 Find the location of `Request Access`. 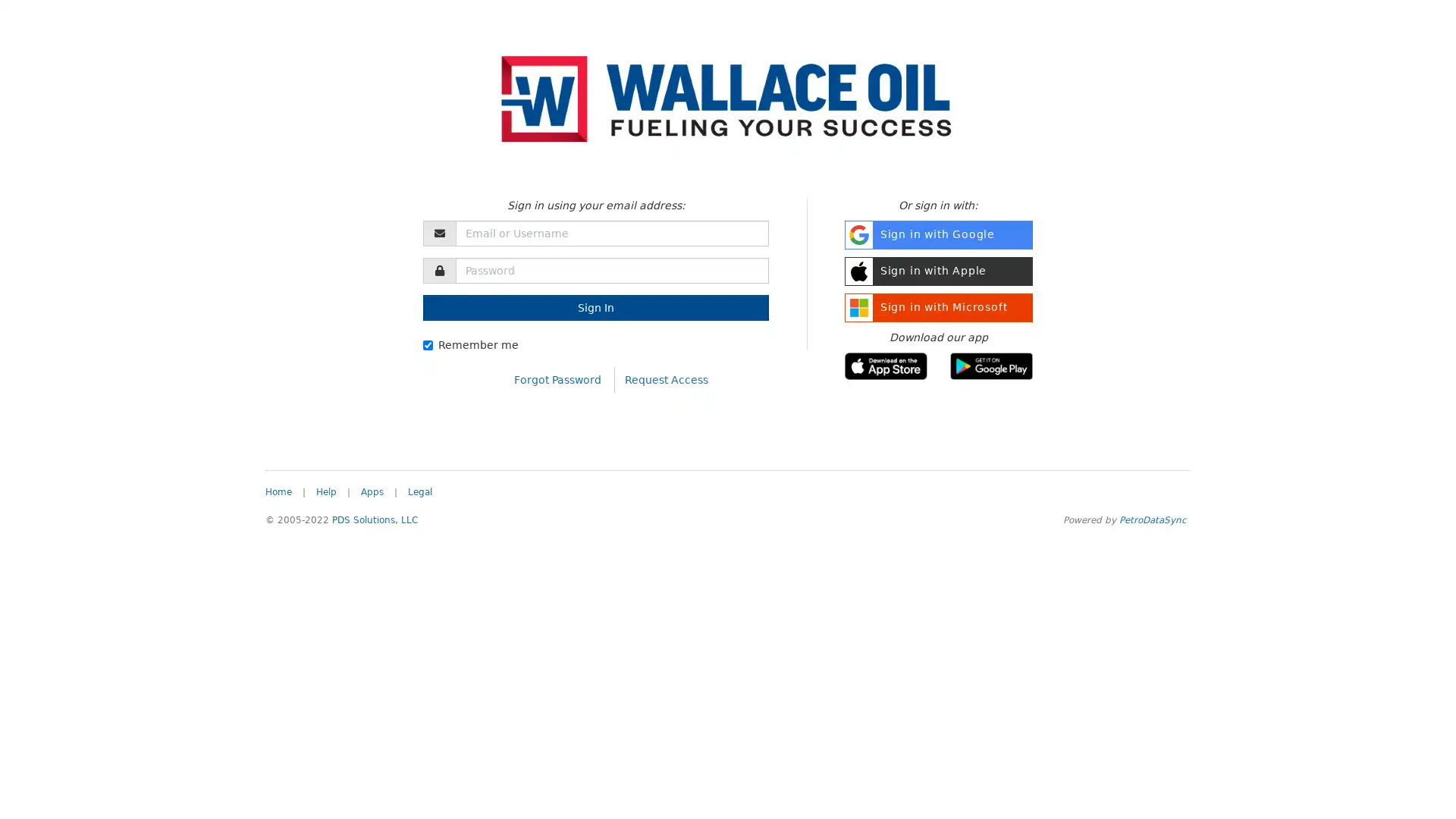

Request Access is located at coordinates (666, 378).